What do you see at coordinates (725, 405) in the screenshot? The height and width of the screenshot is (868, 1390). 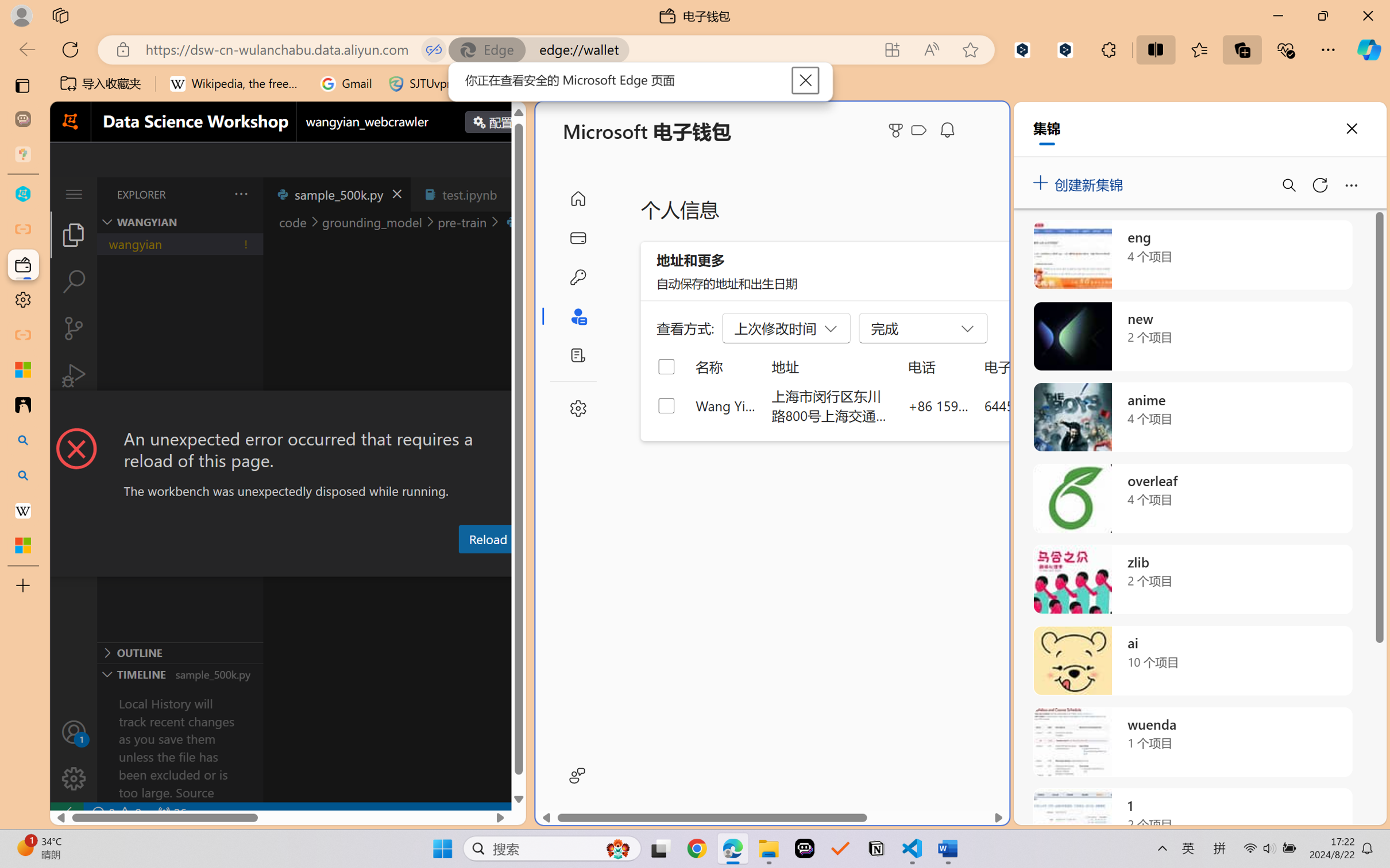 I see `'Wang Yian'` at bounding box center [725, 405].